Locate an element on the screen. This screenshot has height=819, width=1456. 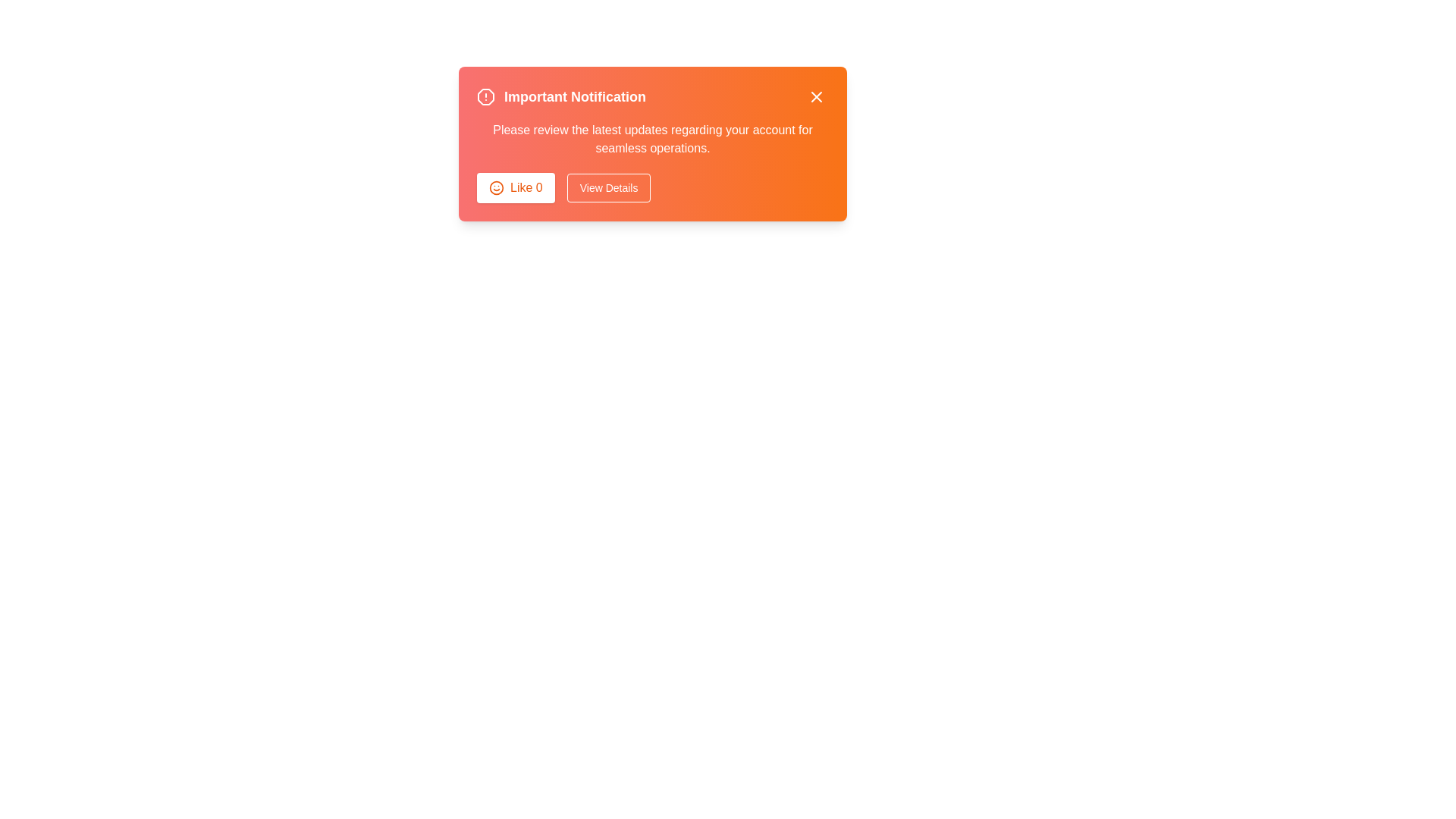
the 'Like' button to increase the like count is located at coordinates (516, 187).